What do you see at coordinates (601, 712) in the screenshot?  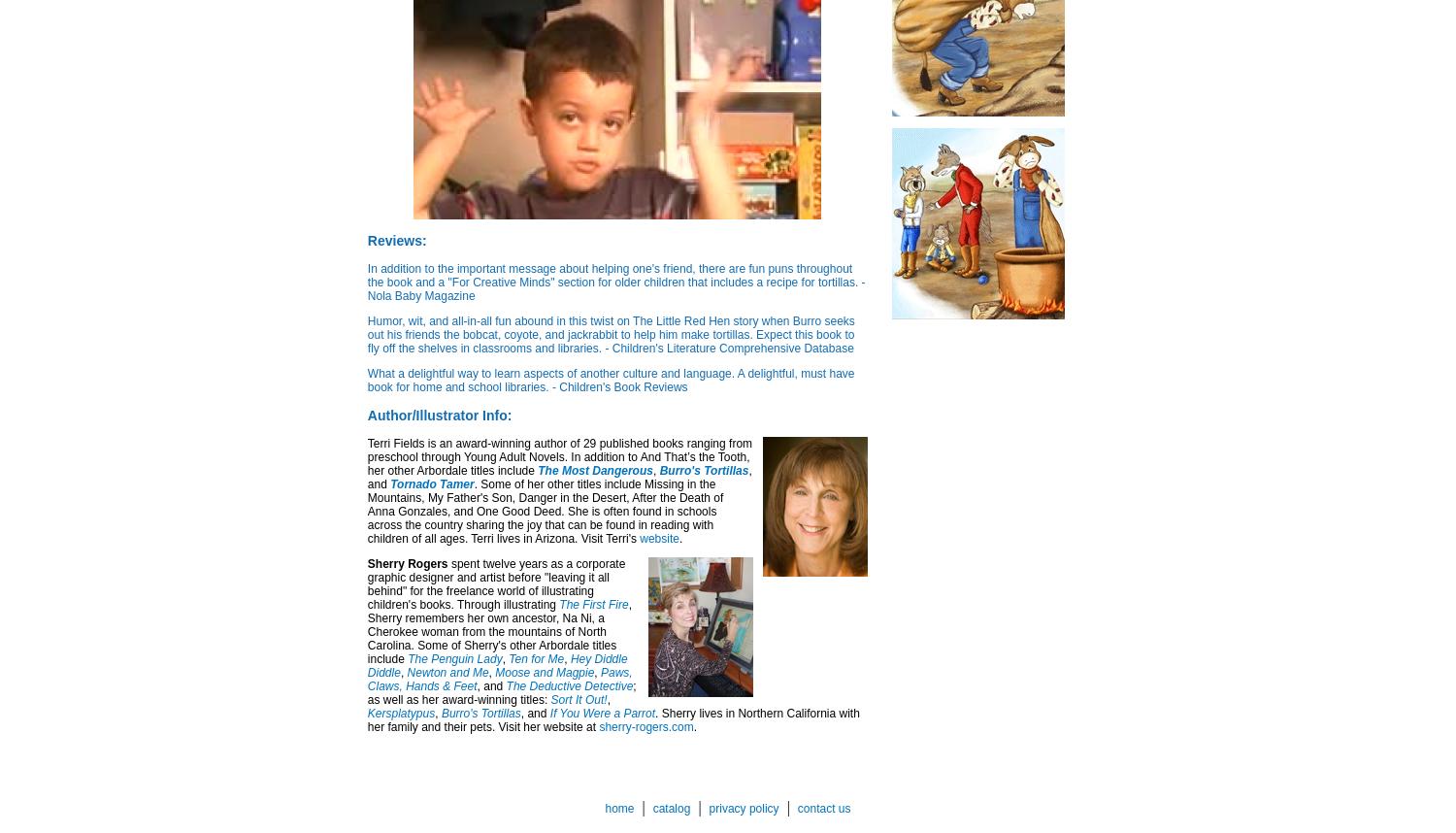 I see `'If You Were a Parrot'` at bounding box center [601, 712].